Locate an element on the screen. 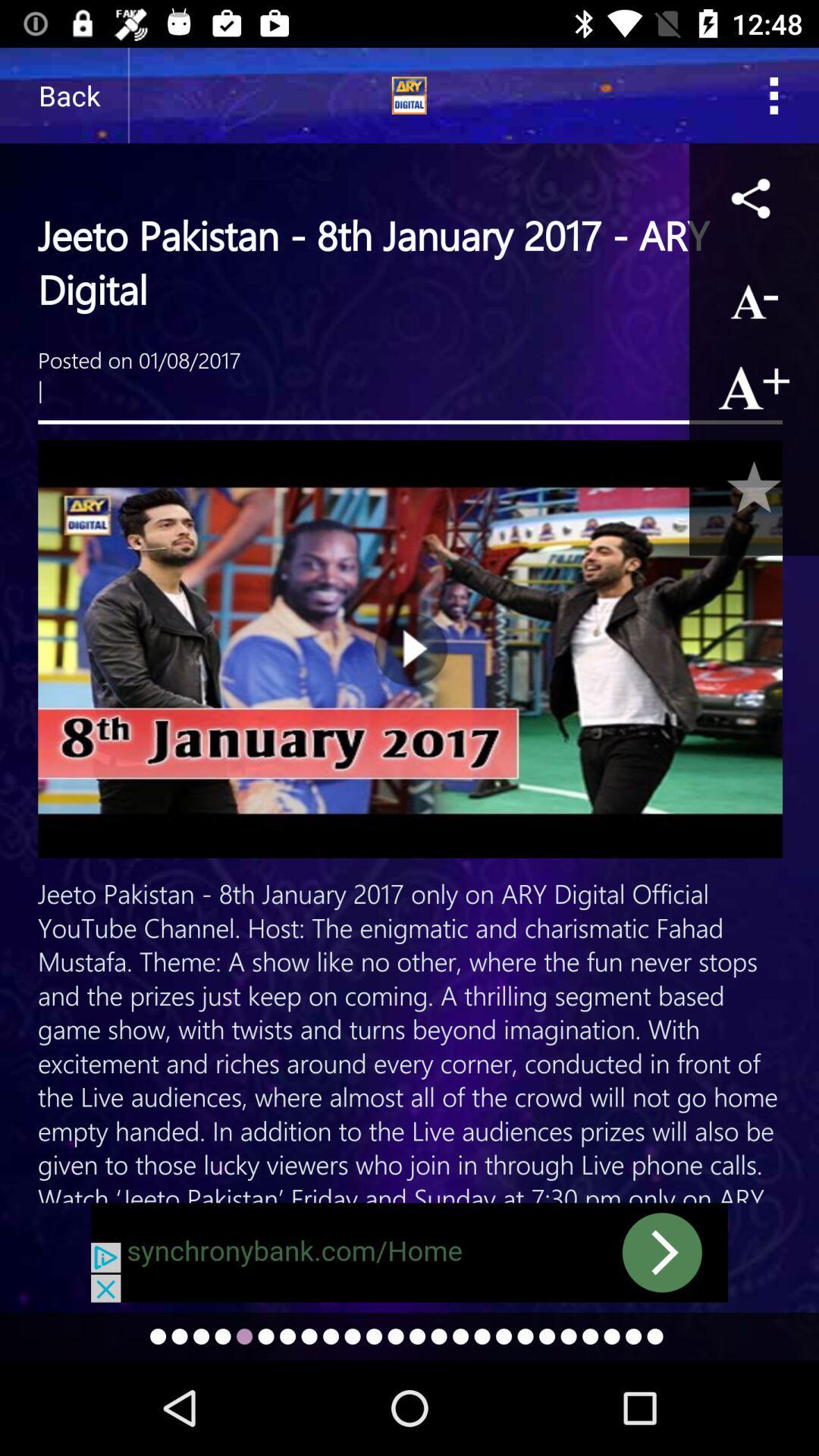  word zooming option is located at coordinates (754, 387).